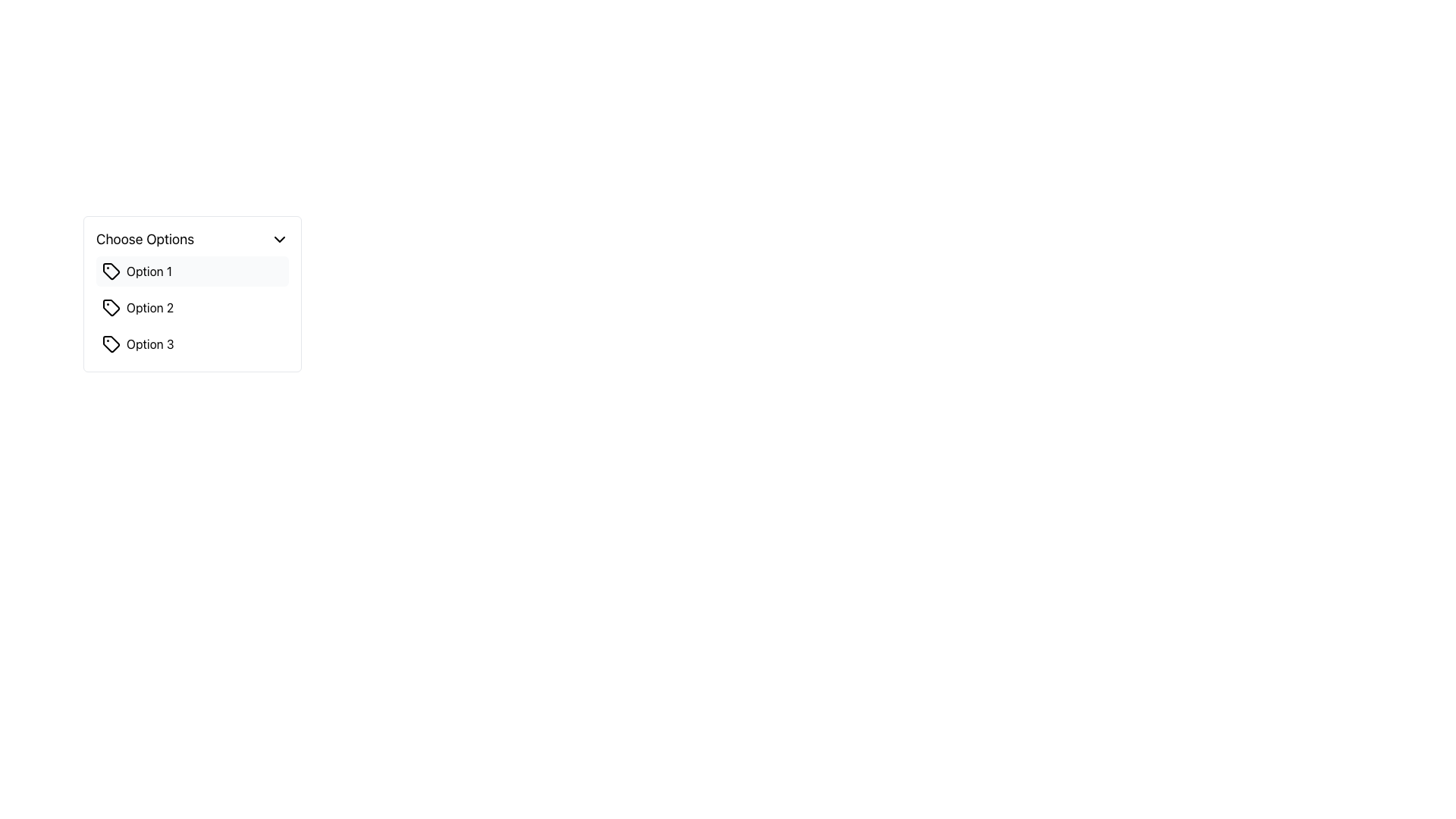 Image resolution: width=1456 pixels, height=819 pixels. Describe the element at coordinates (280, 239) in the screenshot. I see `the dropdown icon located at the top-right corner of the section containing the text 'Choose Options'` at that location.